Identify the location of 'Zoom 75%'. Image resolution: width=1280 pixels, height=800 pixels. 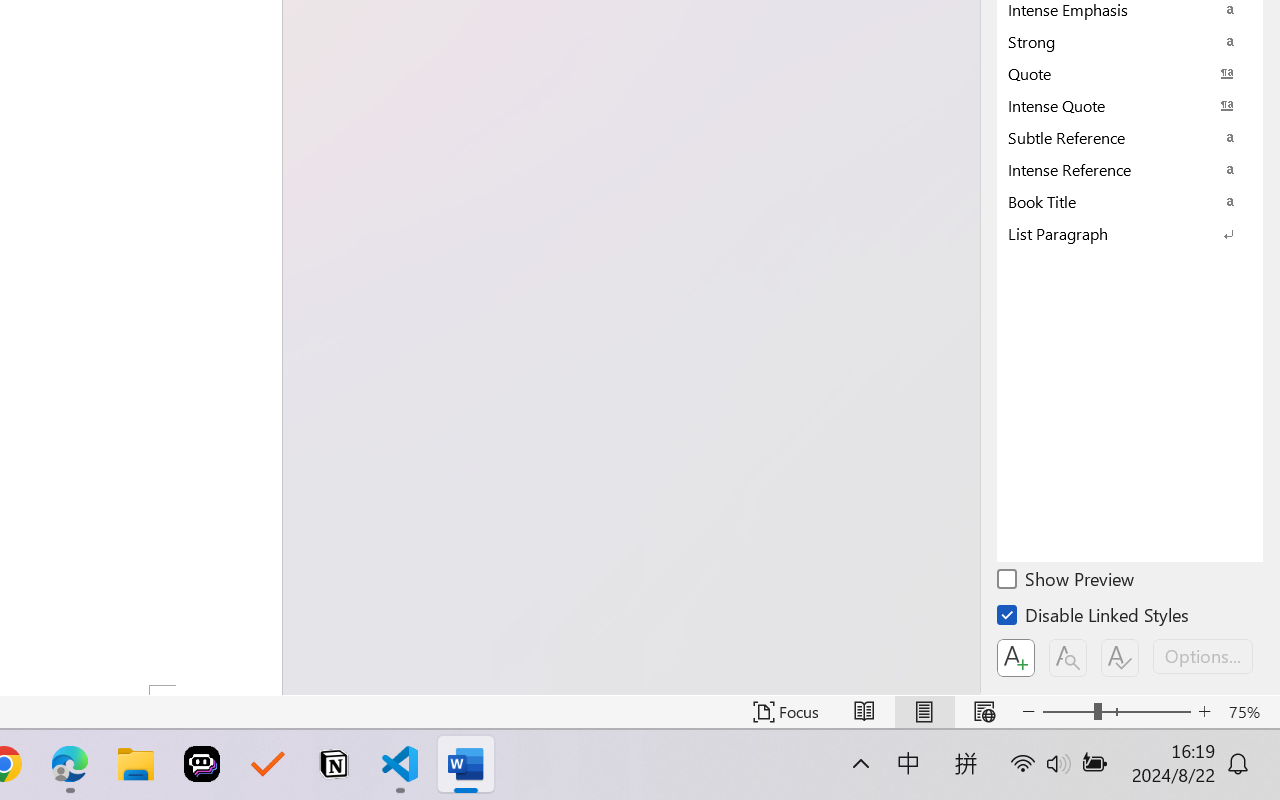
(1248, 711).